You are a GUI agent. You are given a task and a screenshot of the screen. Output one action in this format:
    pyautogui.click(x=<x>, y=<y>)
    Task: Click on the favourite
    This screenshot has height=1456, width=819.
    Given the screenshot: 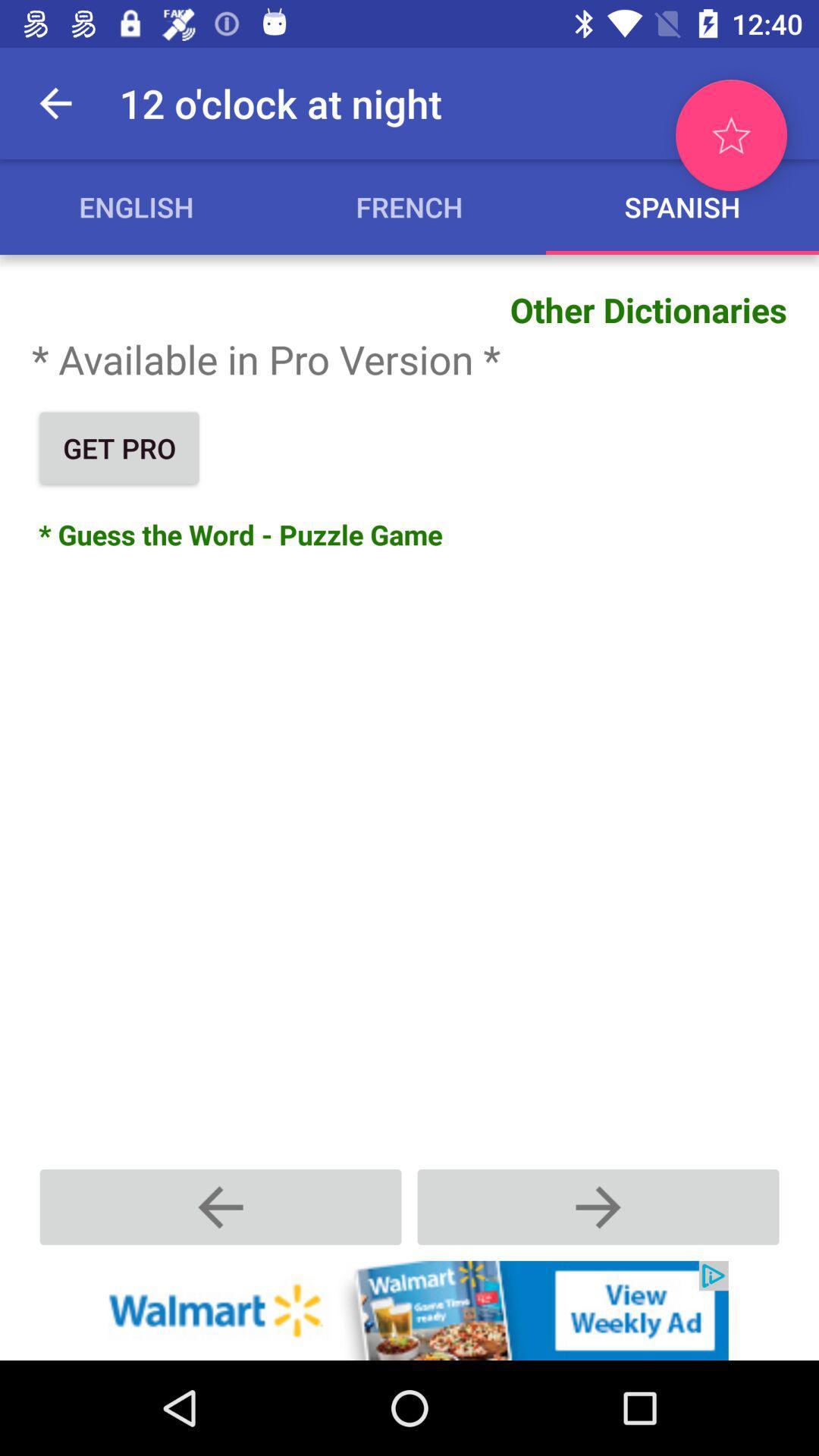 What is the action you would take?
    pyautogui.click(x=730, y=135)
    